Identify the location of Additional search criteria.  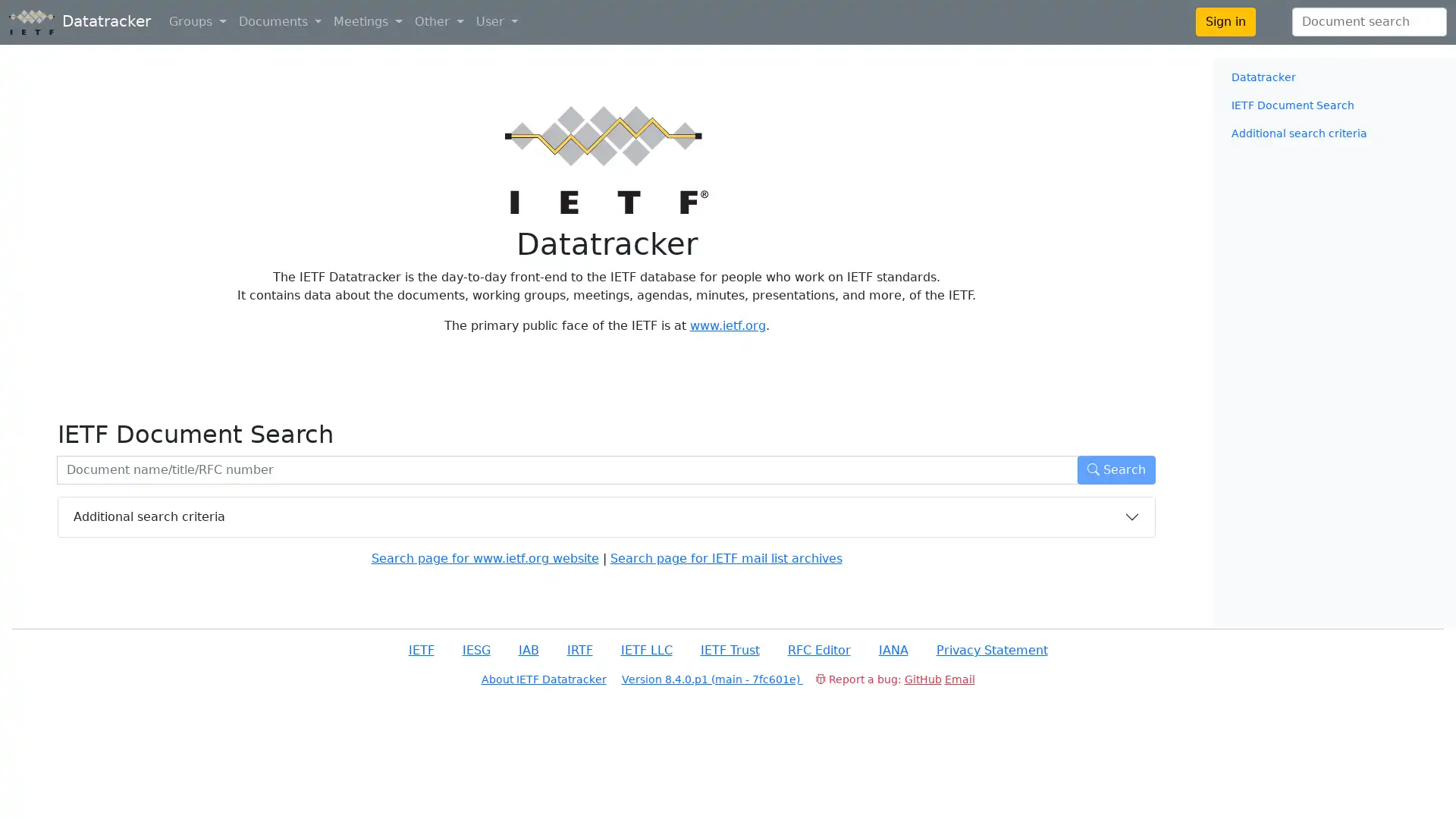
(607, 516).